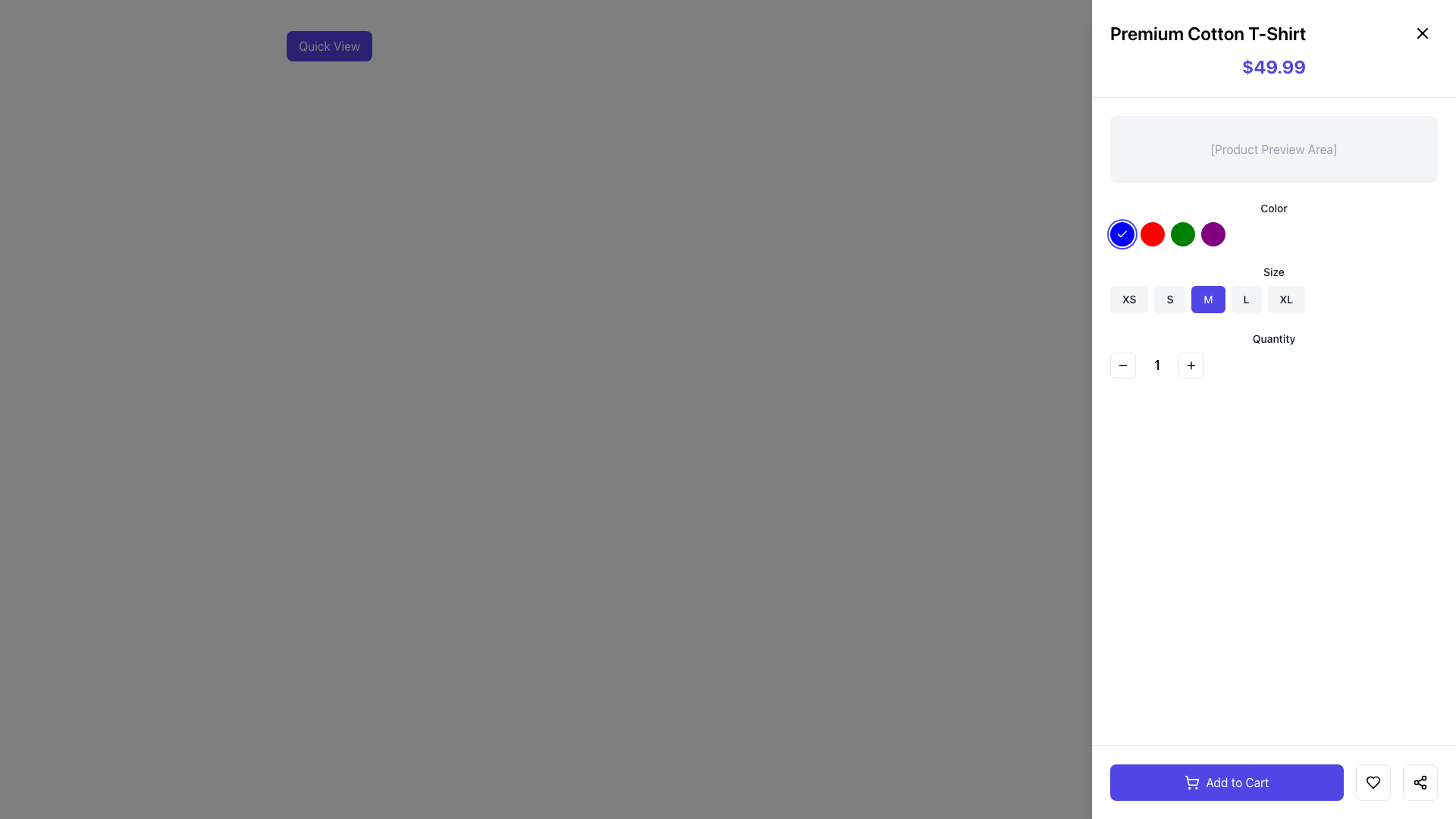 Image resolution: width=1456 pixels, height=819 pixels. What do you see at coordinates (1190, 366) in the screenshot?
I see `the third button in the row for quantity adjustment, which allows users to increase the quantity of the selected item by one` at bounding box center [1190, 366].